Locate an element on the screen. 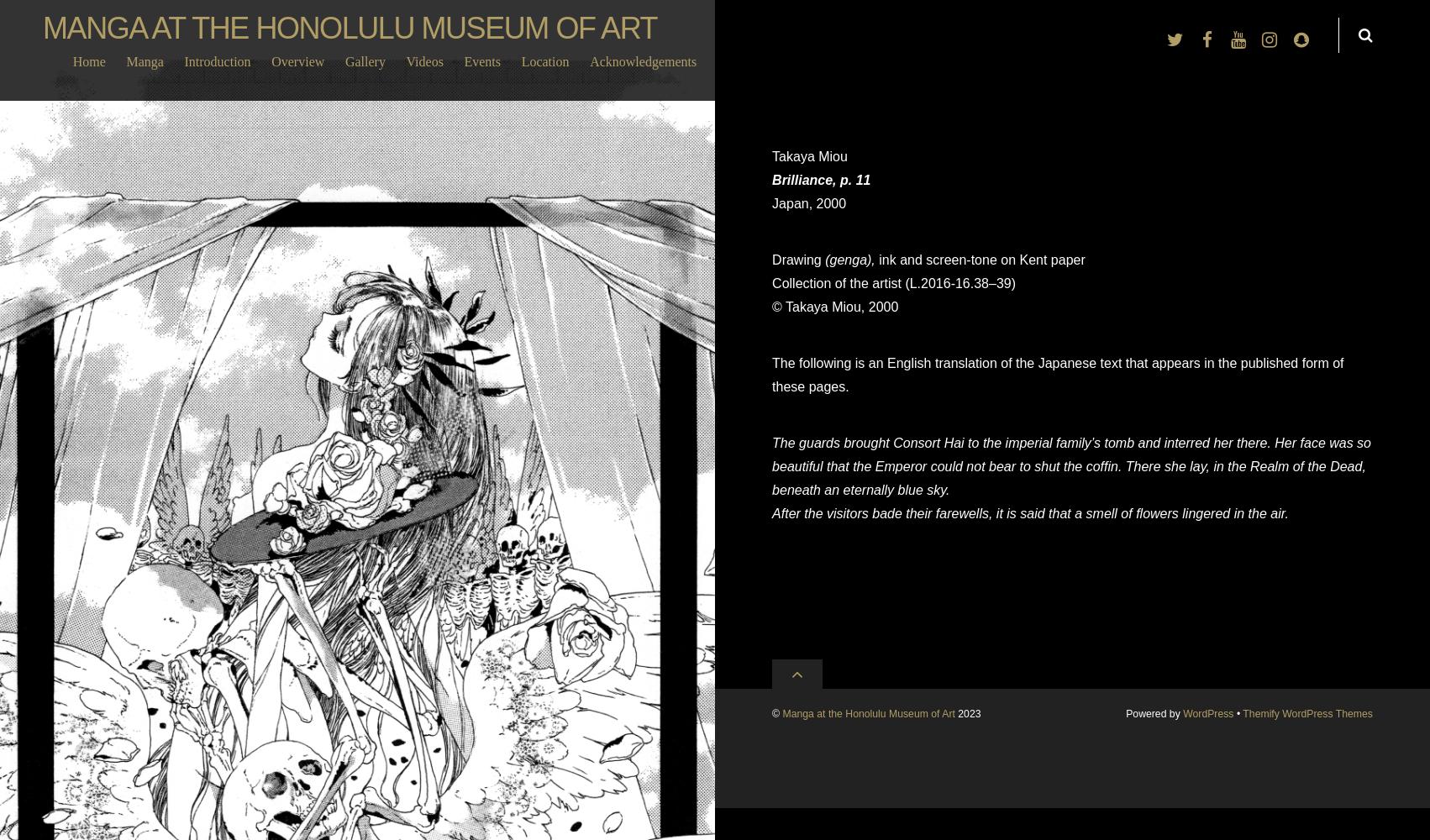 This screenshot has width=1430, height=840. 'Videos' is located at coordinates (423, 60).